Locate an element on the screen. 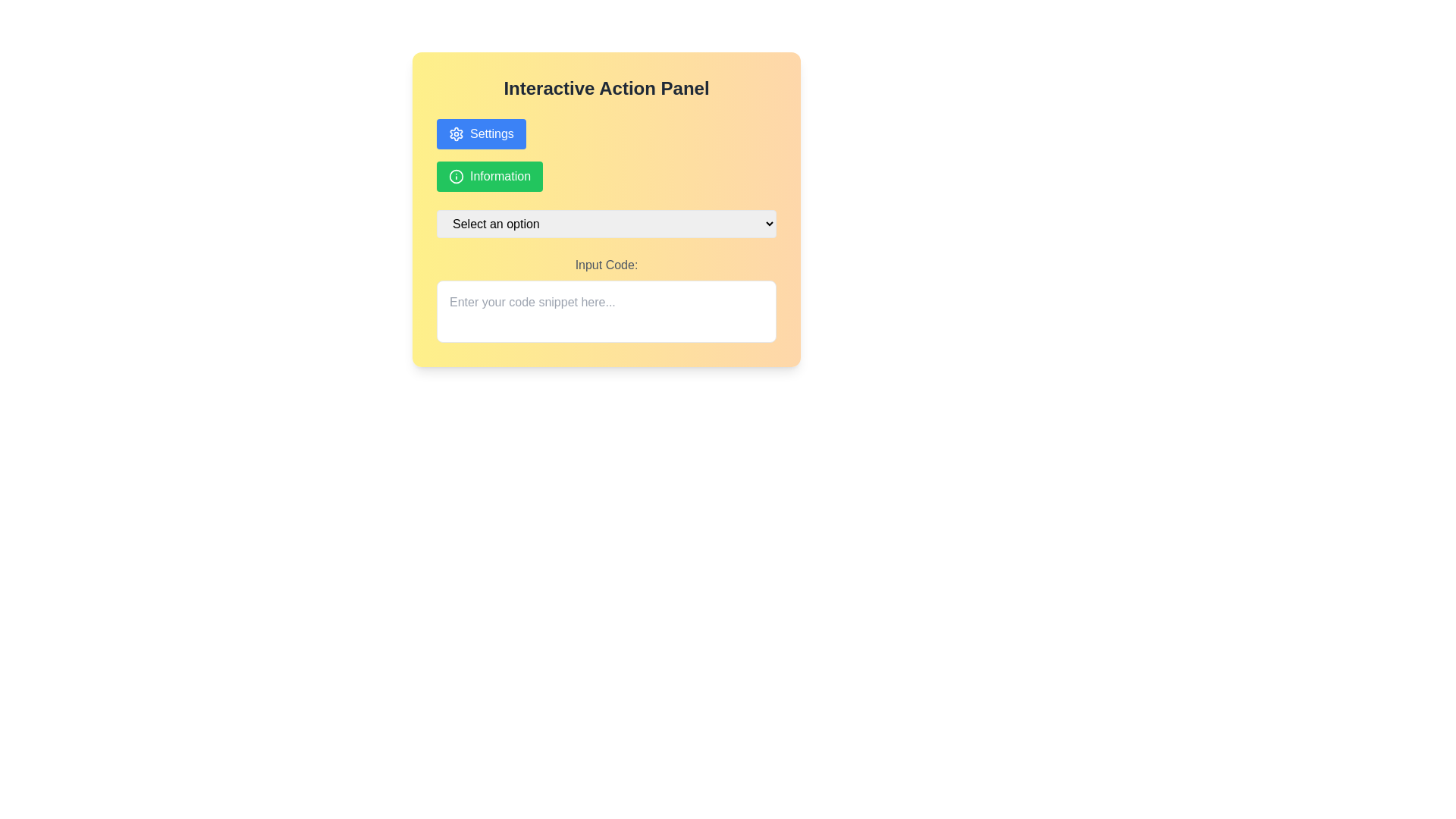 The image size is (1456, 819). the green 'Information' button with rounded corners that has an information icon on the left and white centered text is located at coordinates (490, 175).